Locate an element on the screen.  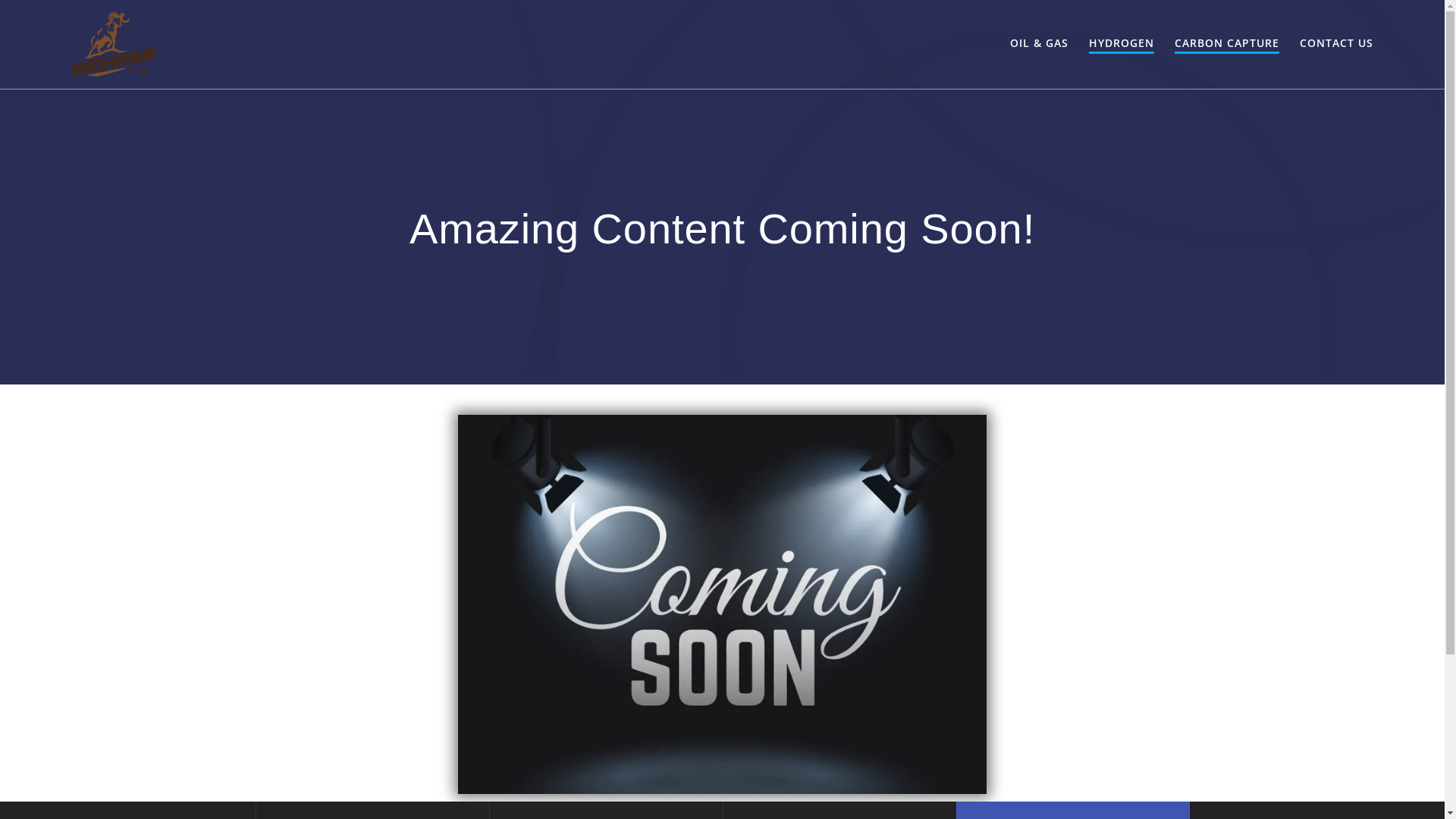
'OIL & GAS' is located at coordinates (1038, 43).